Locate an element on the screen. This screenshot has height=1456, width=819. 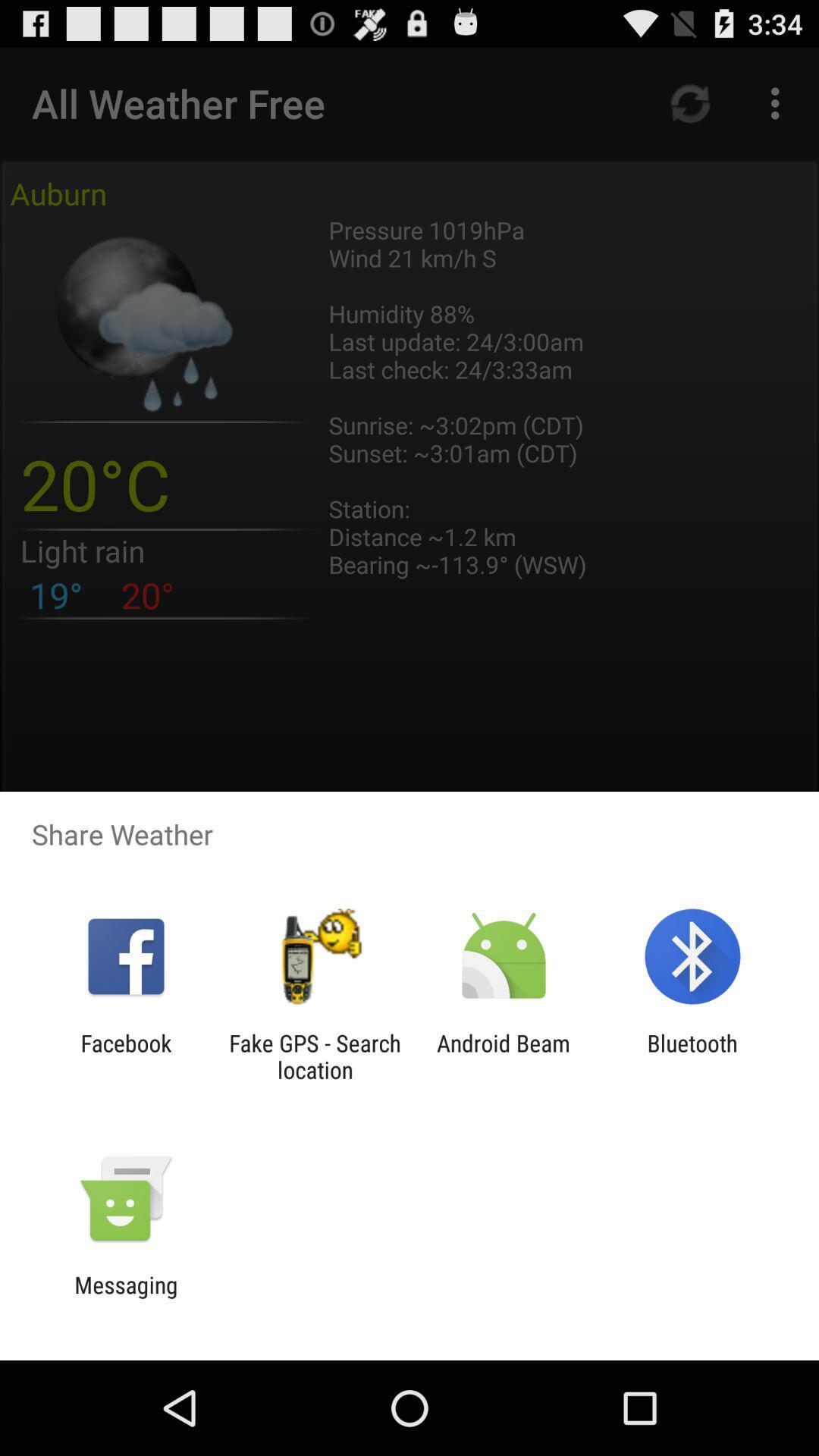
the fake gps search app is located at coordinates (314, 1056).